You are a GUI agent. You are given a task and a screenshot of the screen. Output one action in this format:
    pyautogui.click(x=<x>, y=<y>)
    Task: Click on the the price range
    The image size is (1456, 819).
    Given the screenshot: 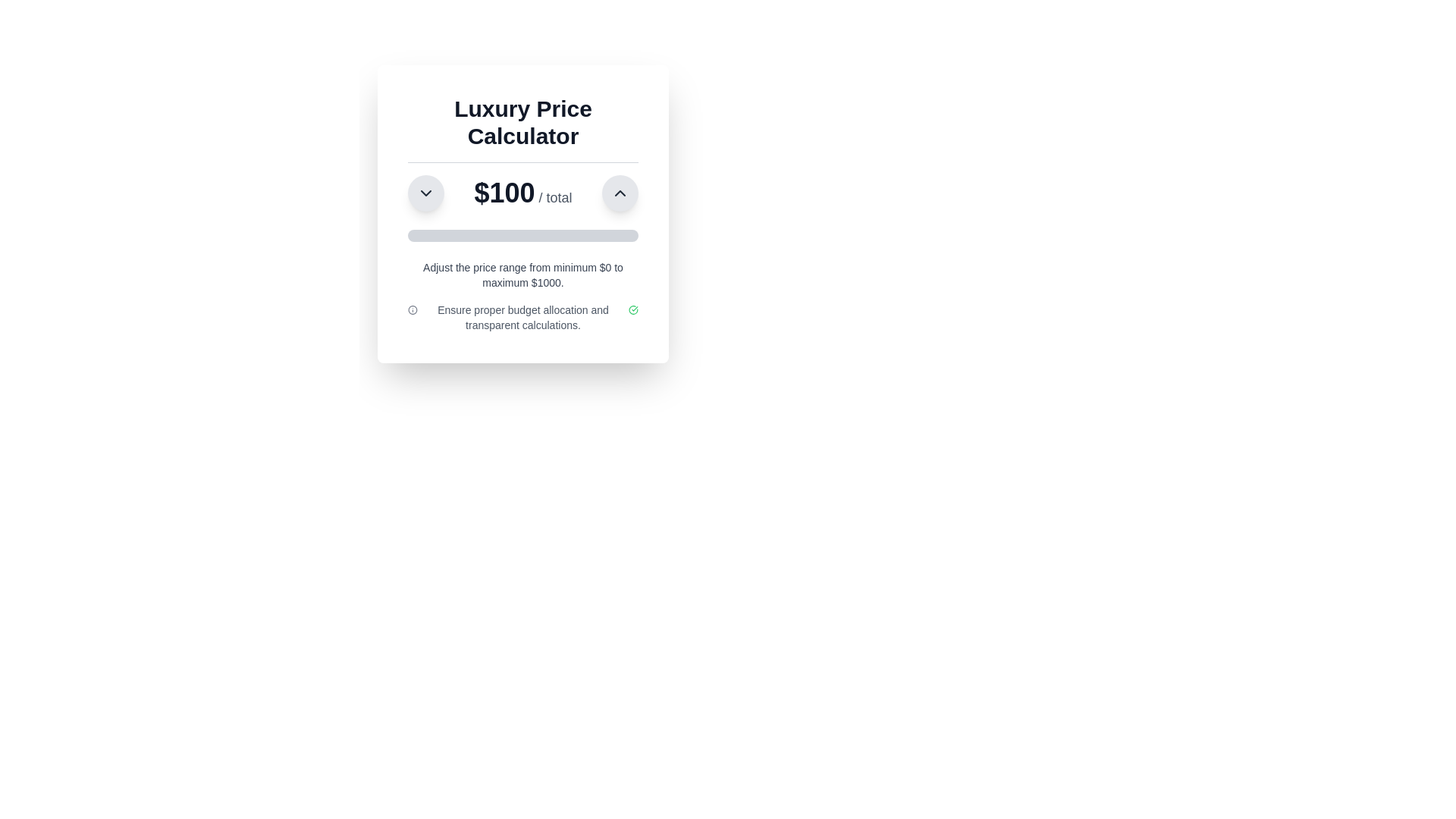 What is the action you would take?
    pyautogui.click(x=542, y=236)
    